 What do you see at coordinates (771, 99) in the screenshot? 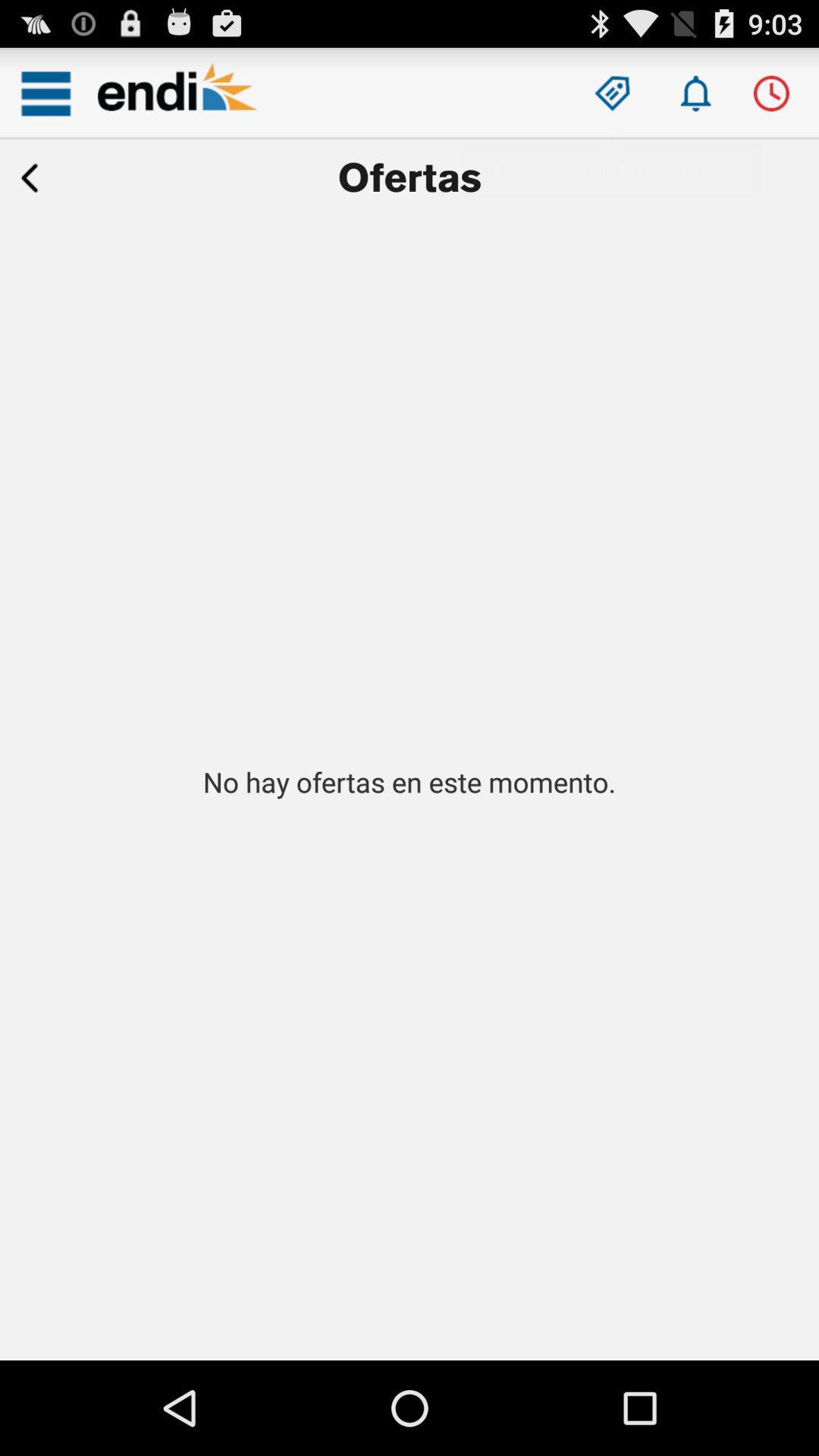
I see `the time icon` at bounding box center [771, 99].